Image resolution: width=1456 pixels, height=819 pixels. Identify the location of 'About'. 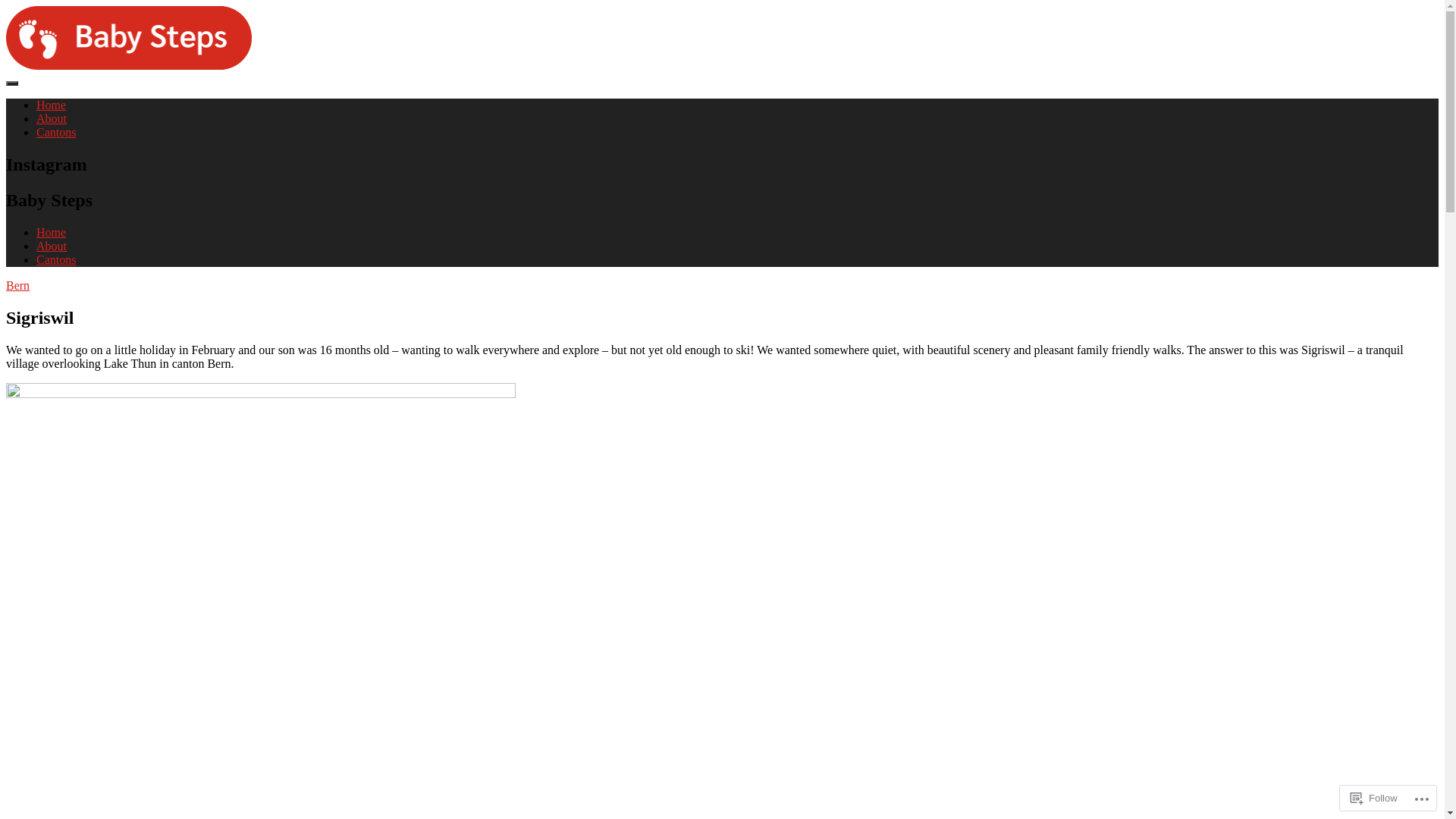
(51, 118).